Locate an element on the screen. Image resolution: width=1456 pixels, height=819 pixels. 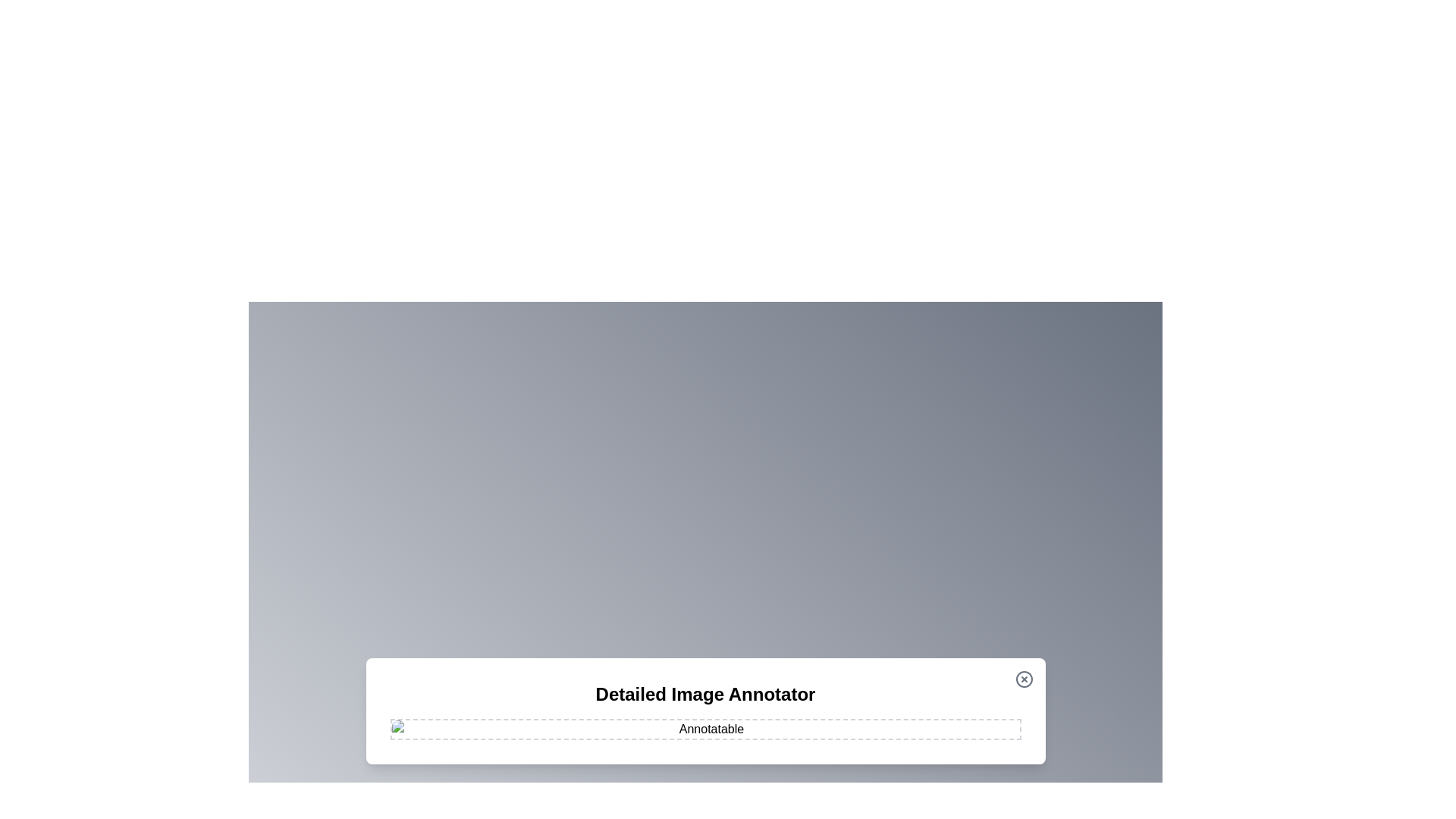
the image at coordinates (1001, 973) to add an annotation is located at coordinates (759, 736).